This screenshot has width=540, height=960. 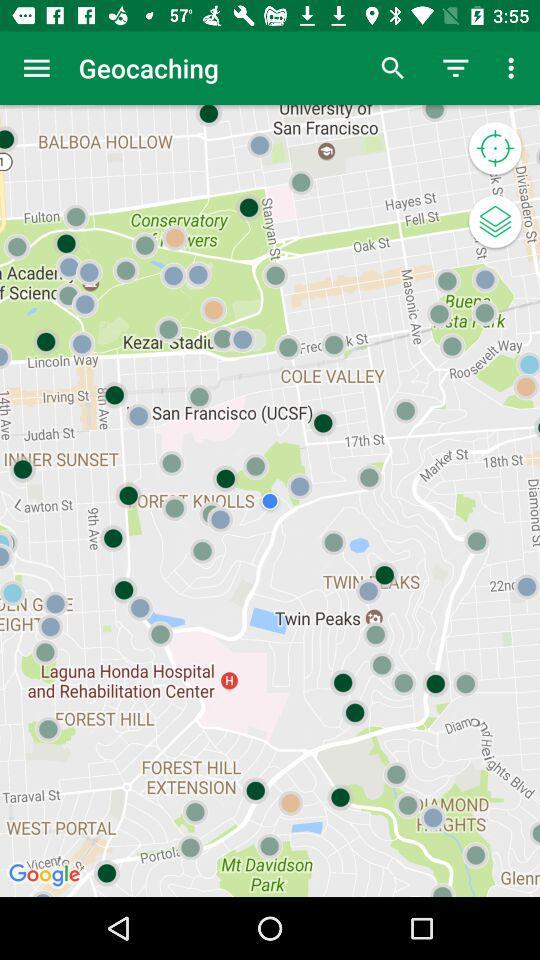 What do you see at coordinates (494, 223) in the screenshot?
I see `the layers icon` at bounding box center [494, 223].